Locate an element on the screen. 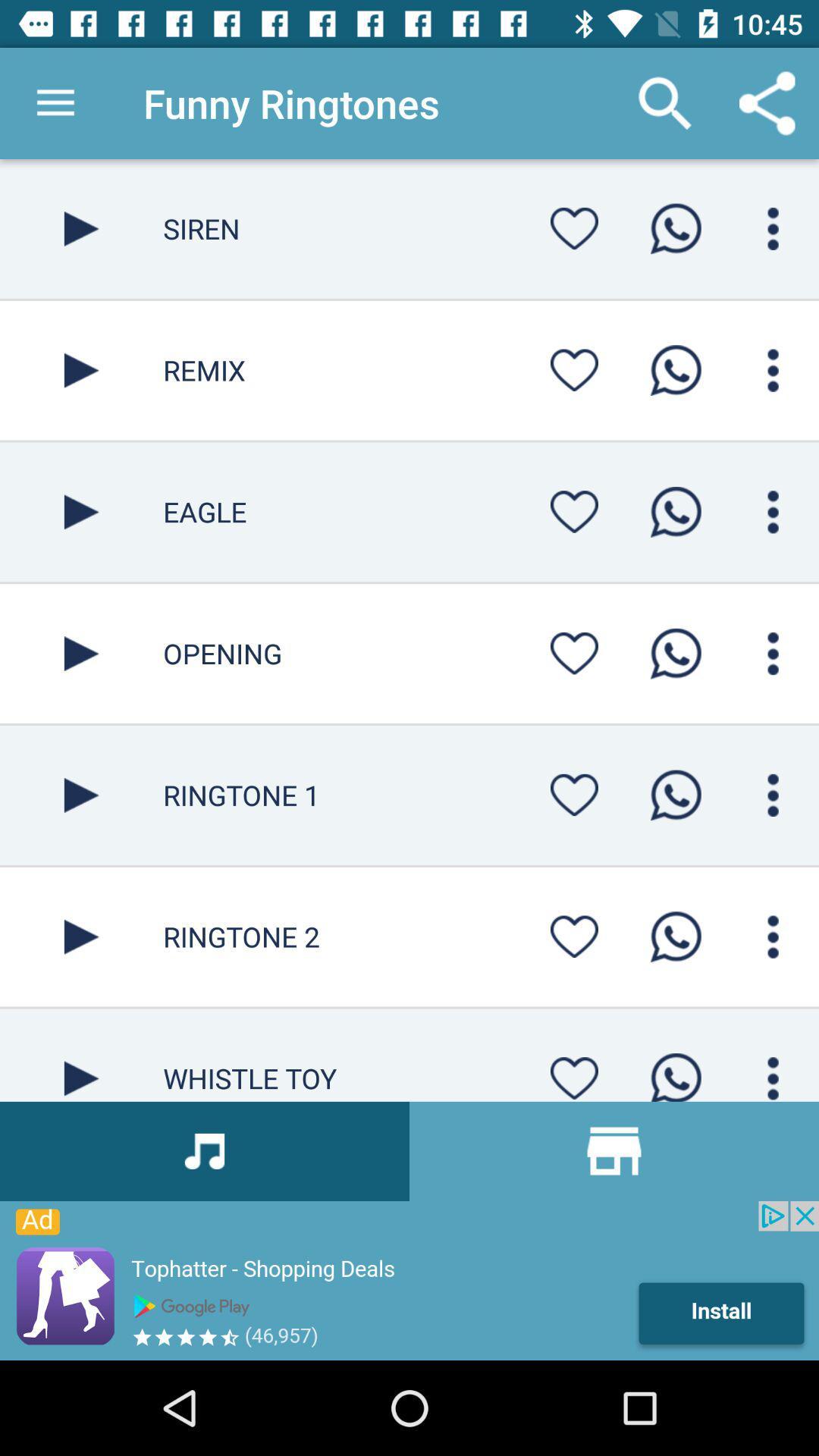 The height and width of the screenshot is (1456, 819). menu selection is located at coordinates (773, 512).